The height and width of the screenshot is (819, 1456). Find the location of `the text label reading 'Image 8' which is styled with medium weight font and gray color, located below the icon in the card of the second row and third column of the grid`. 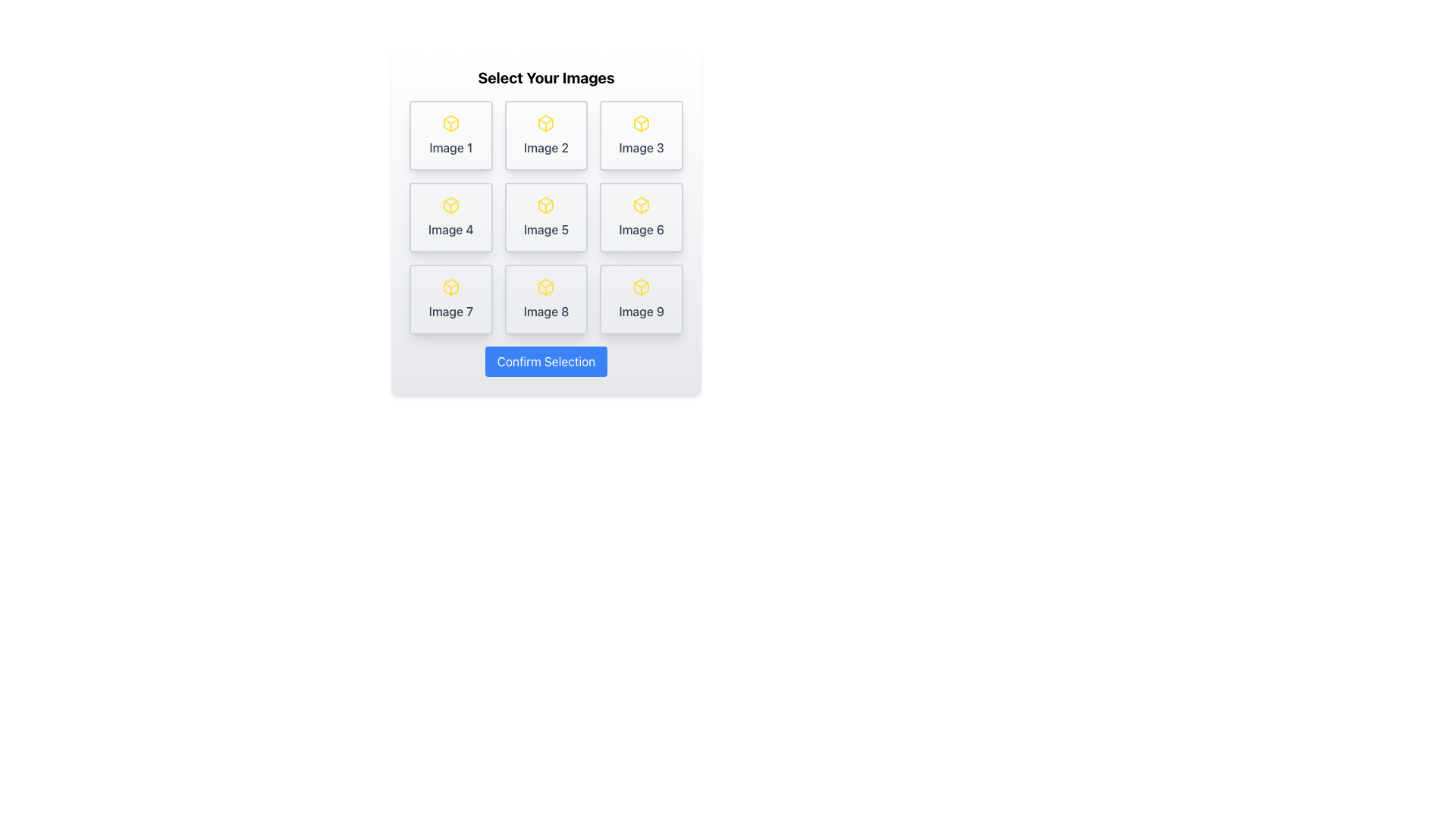

the text label reading 'Image 8' which is styled with medium weight font and gray color, located below the icon in the card of the second row and third column of the grid is located at coordinates (546, 311).